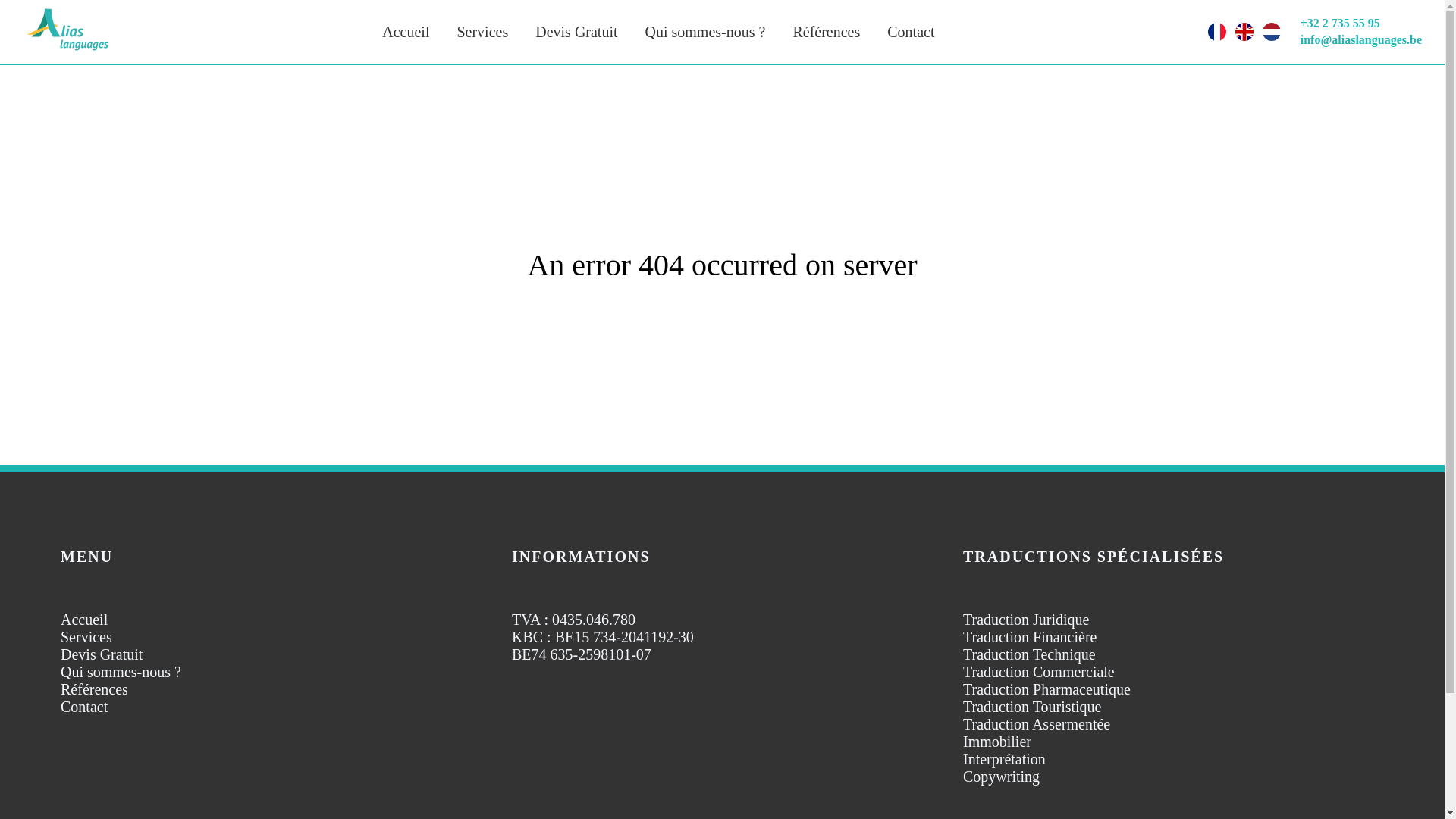  I want to click on 'Copywriting', so click(1001, 776).